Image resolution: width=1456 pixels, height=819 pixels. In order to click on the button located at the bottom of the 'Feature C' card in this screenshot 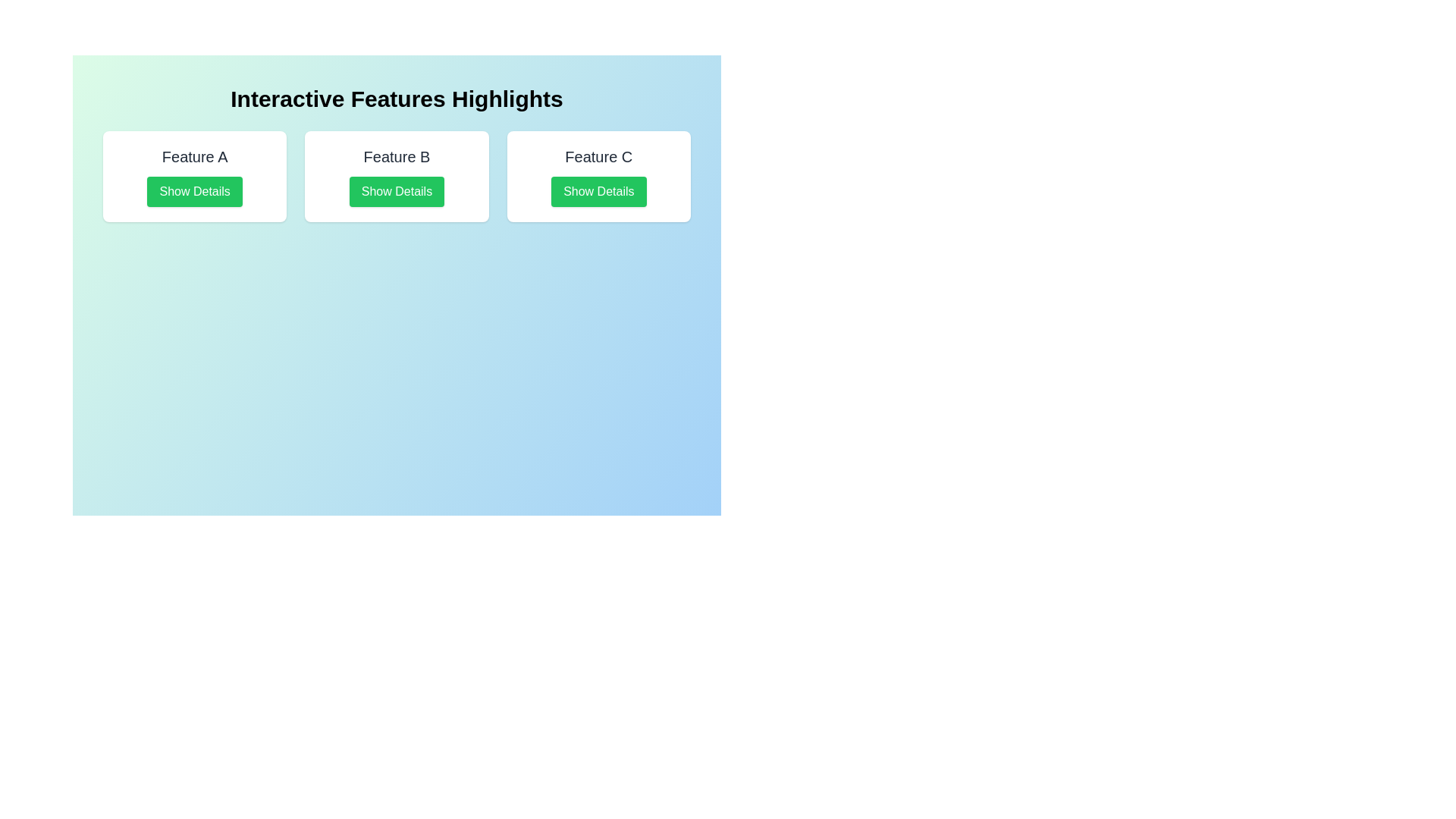, I will do `click(598, 191)`.